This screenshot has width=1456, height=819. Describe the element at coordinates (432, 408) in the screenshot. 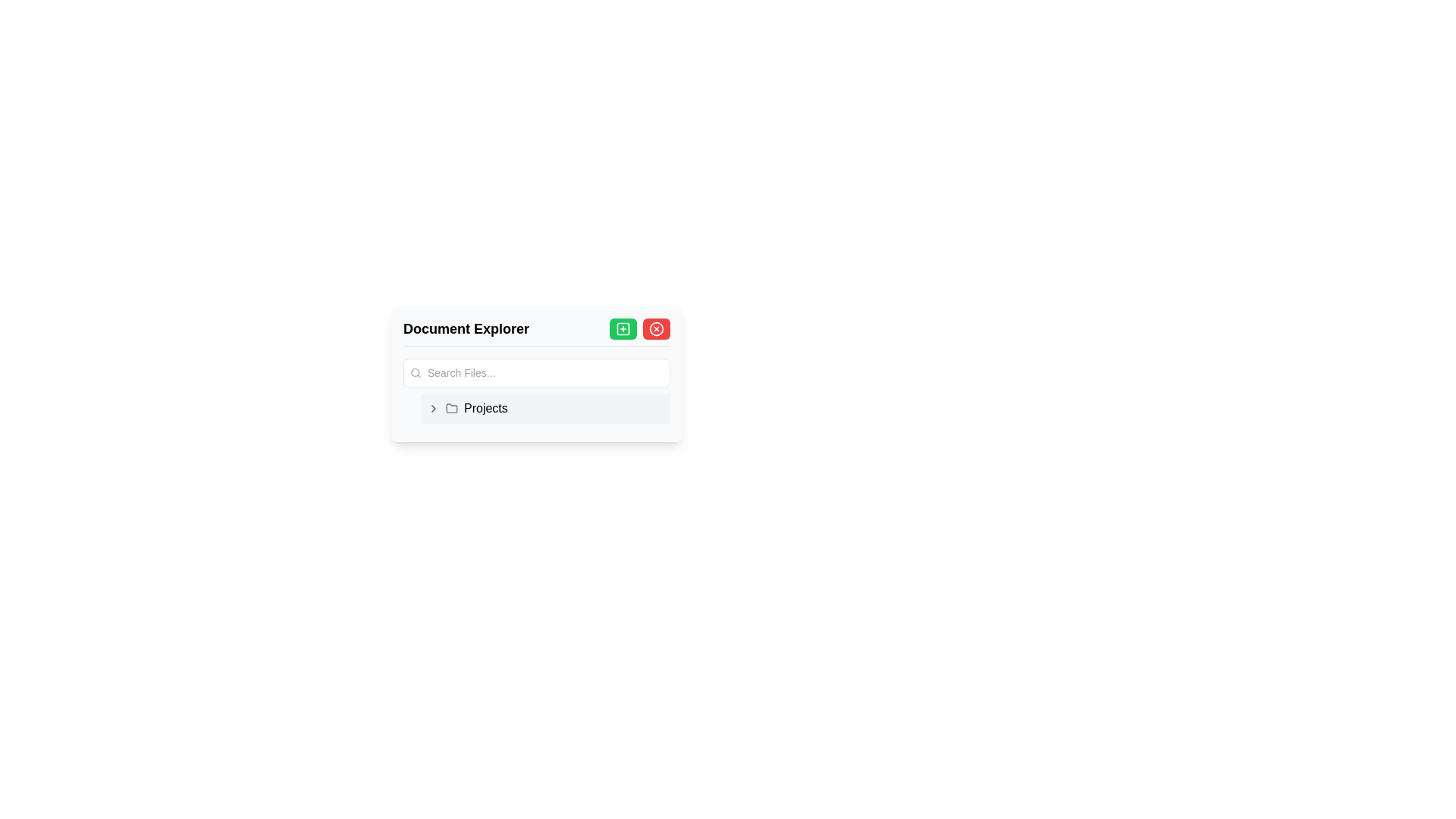

I see `the right-pointing chevron (arrow) icon located to the left of the 'Projects' text label in the 'Projects' list item to trigger any hover effects` at that location.